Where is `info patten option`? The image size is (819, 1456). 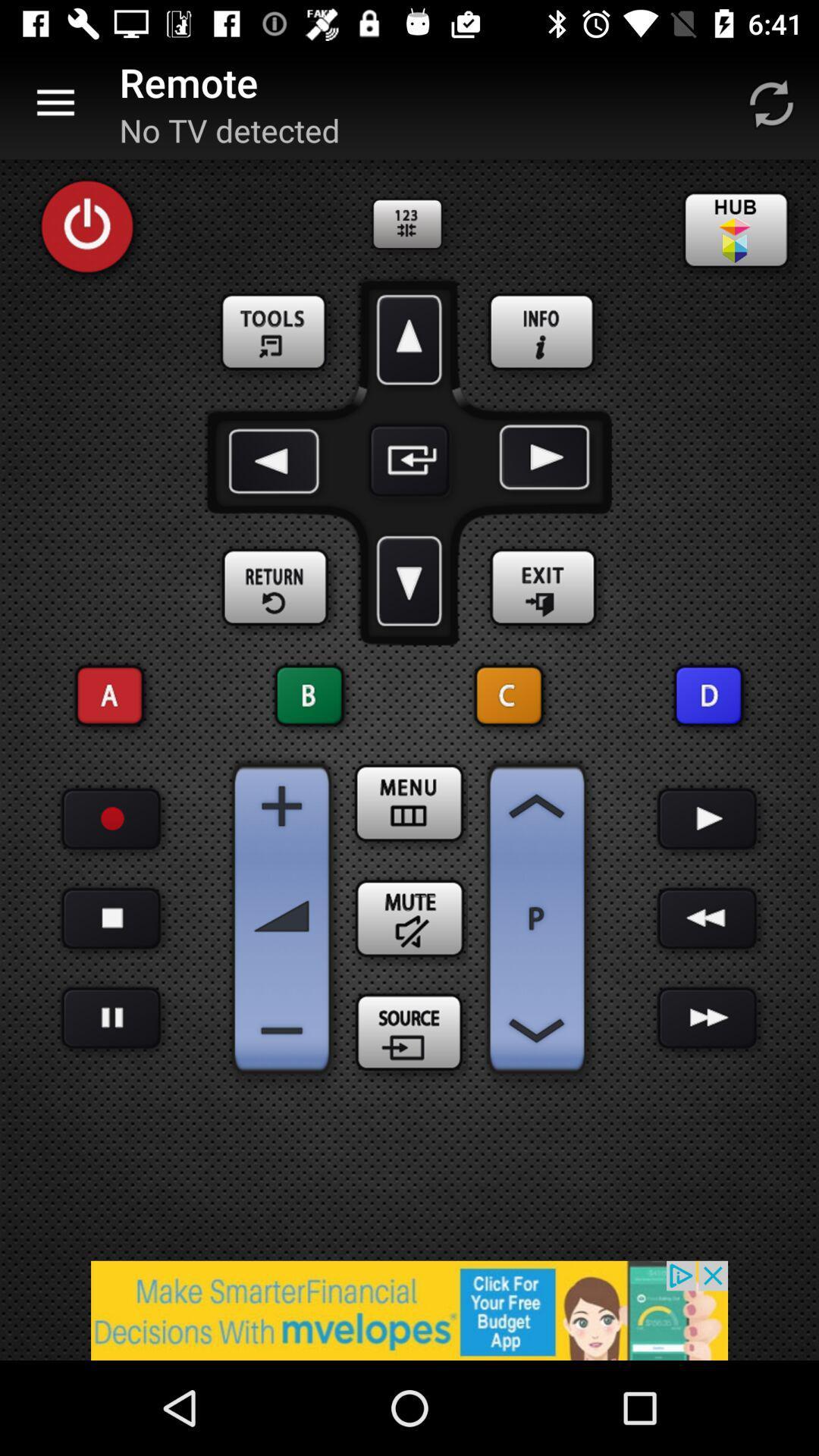 info patten option is located at coordinates (542, 332).